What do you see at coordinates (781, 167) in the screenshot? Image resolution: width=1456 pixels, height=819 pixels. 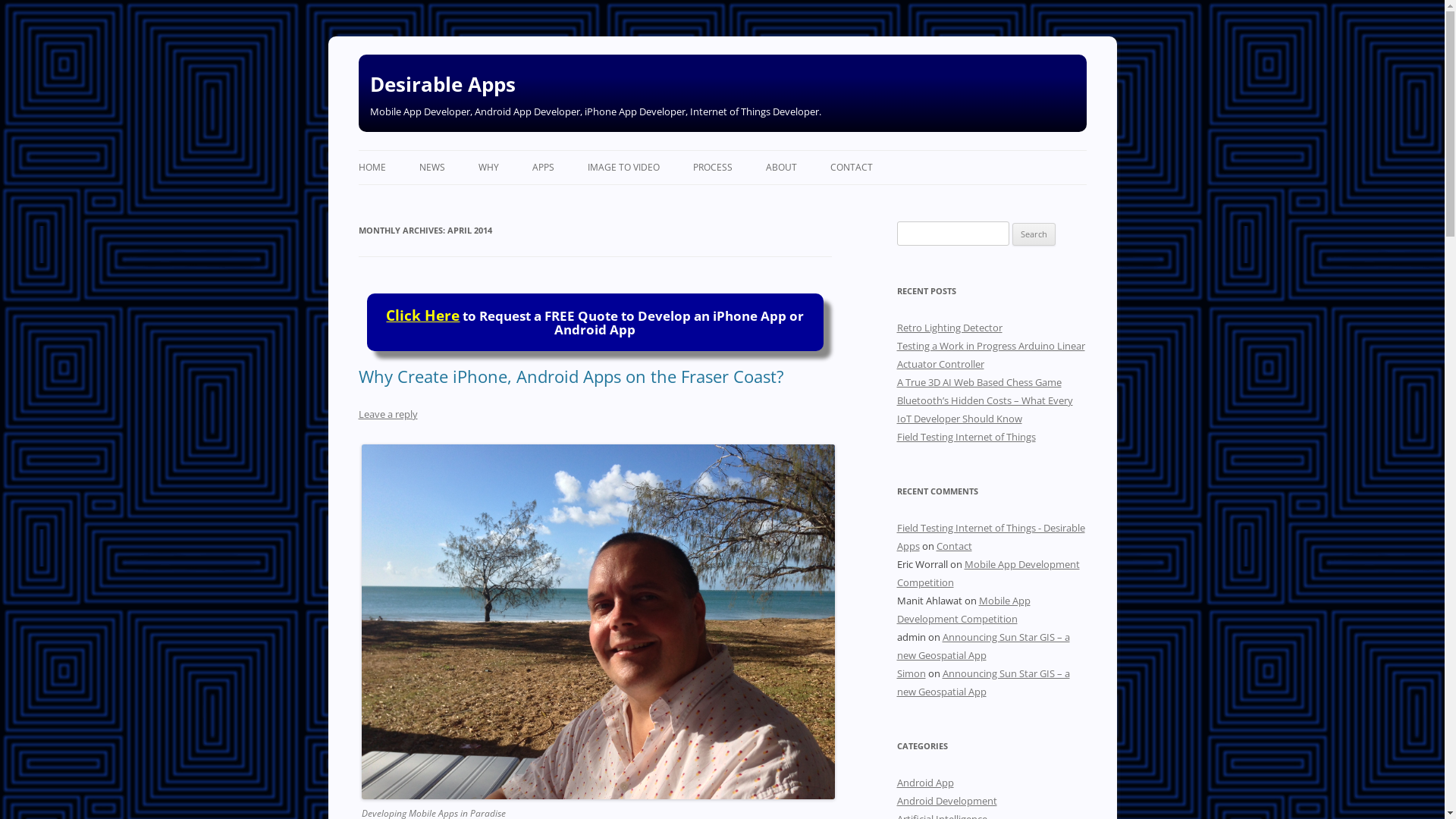 I see `'ABOUT'` at bounding box center [781, 167].